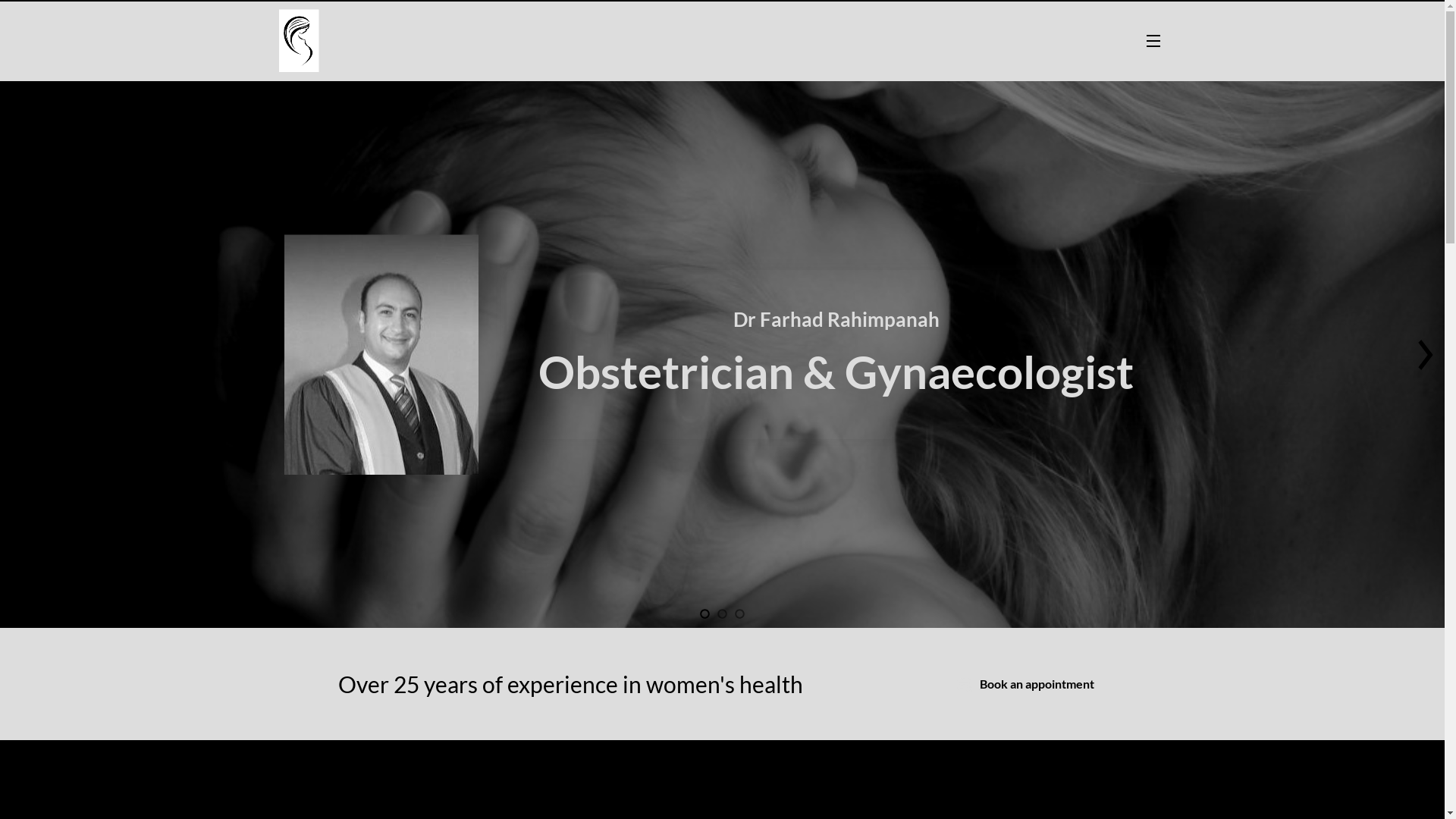  I want to click on 'Book an appointment', so click(1026, 683).